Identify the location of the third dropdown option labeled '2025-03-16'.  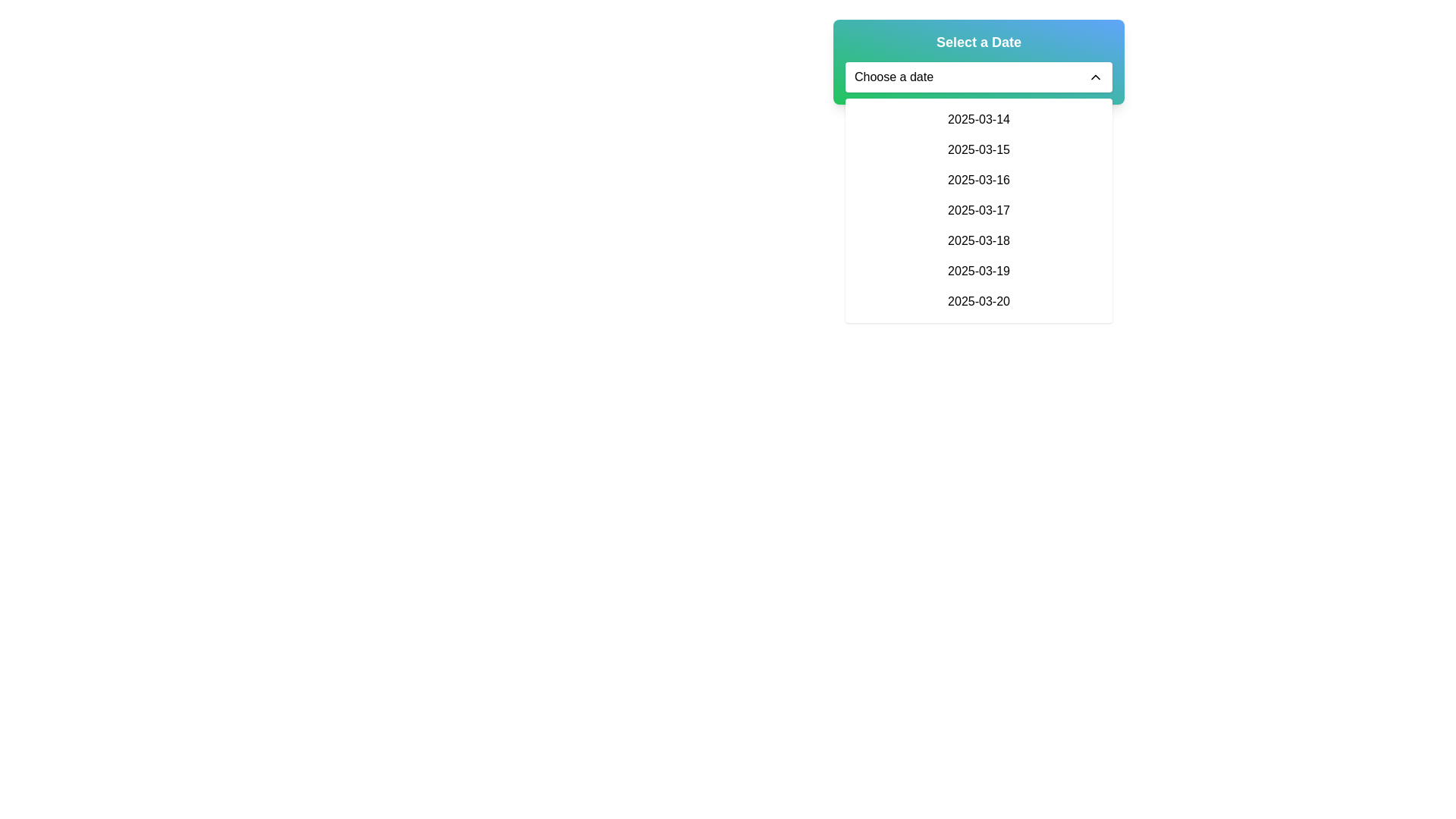
(979, 180).